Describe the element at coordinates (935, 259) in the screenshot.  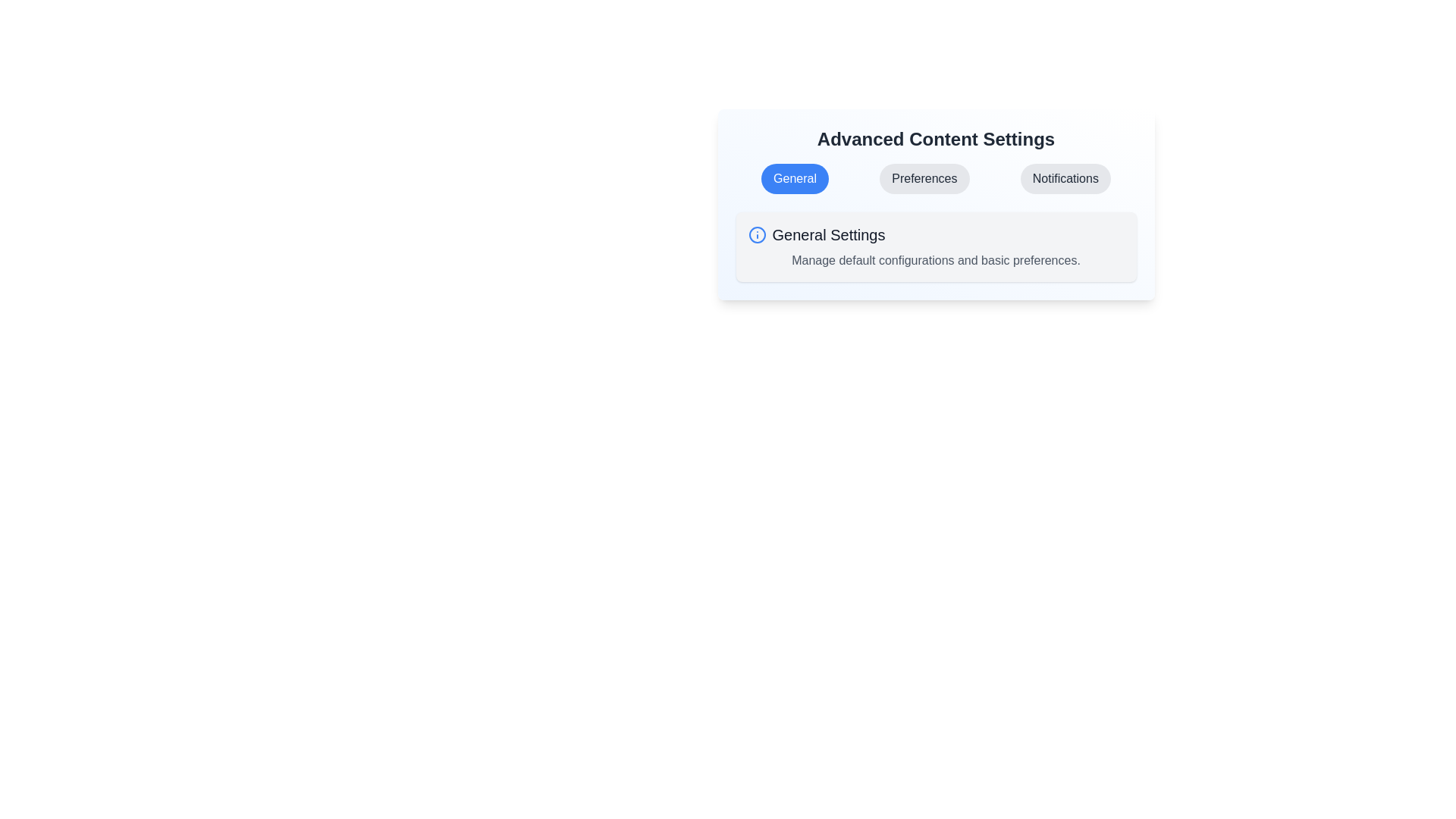
I see `descriptive text element containing 'Manage default configurations and basic preferences.' that is styled in gray and located below the 'General Settings' title` at that location.